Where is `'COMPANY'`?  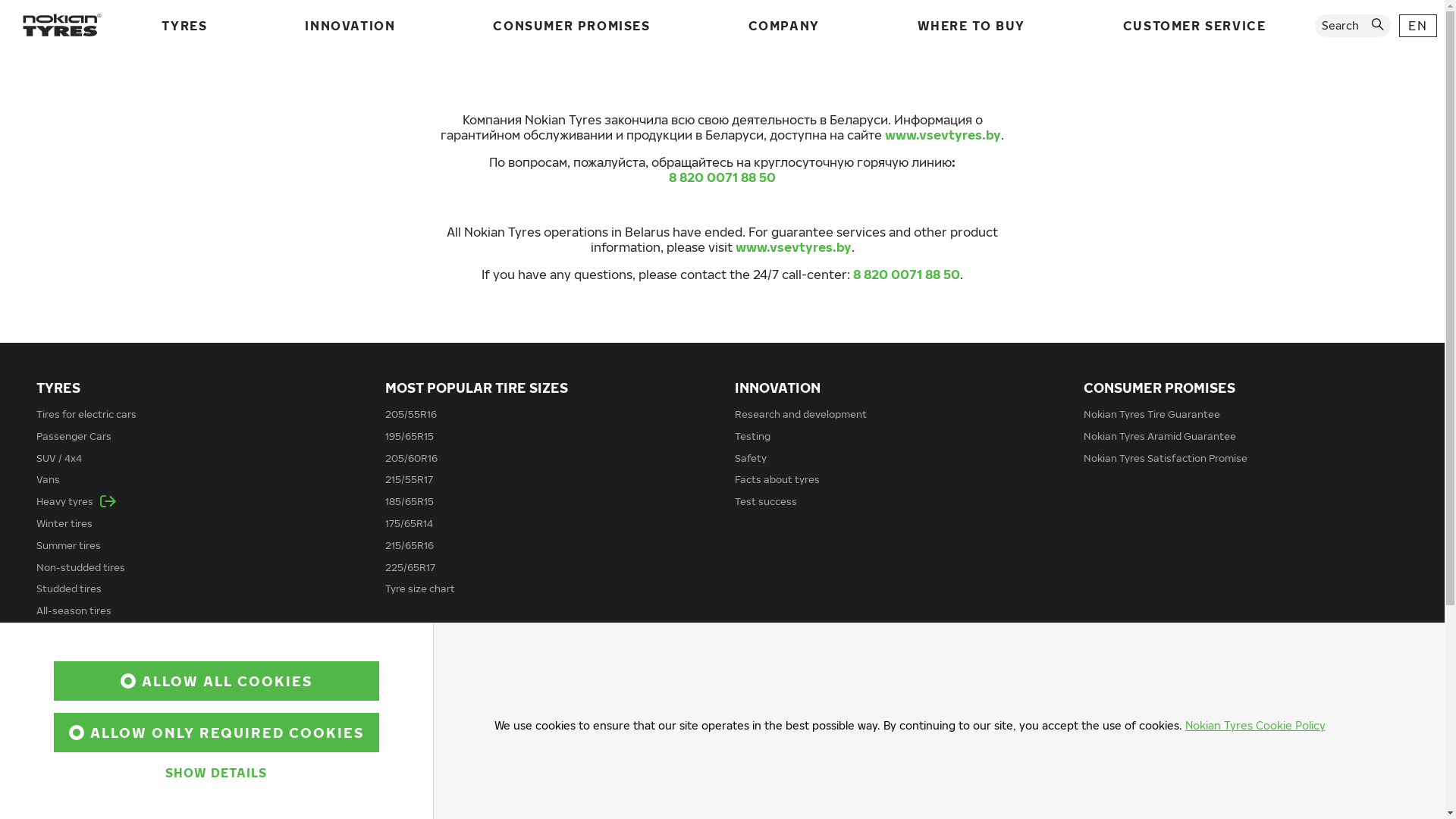
'COMPANY' is located at coordinates (783, 26).